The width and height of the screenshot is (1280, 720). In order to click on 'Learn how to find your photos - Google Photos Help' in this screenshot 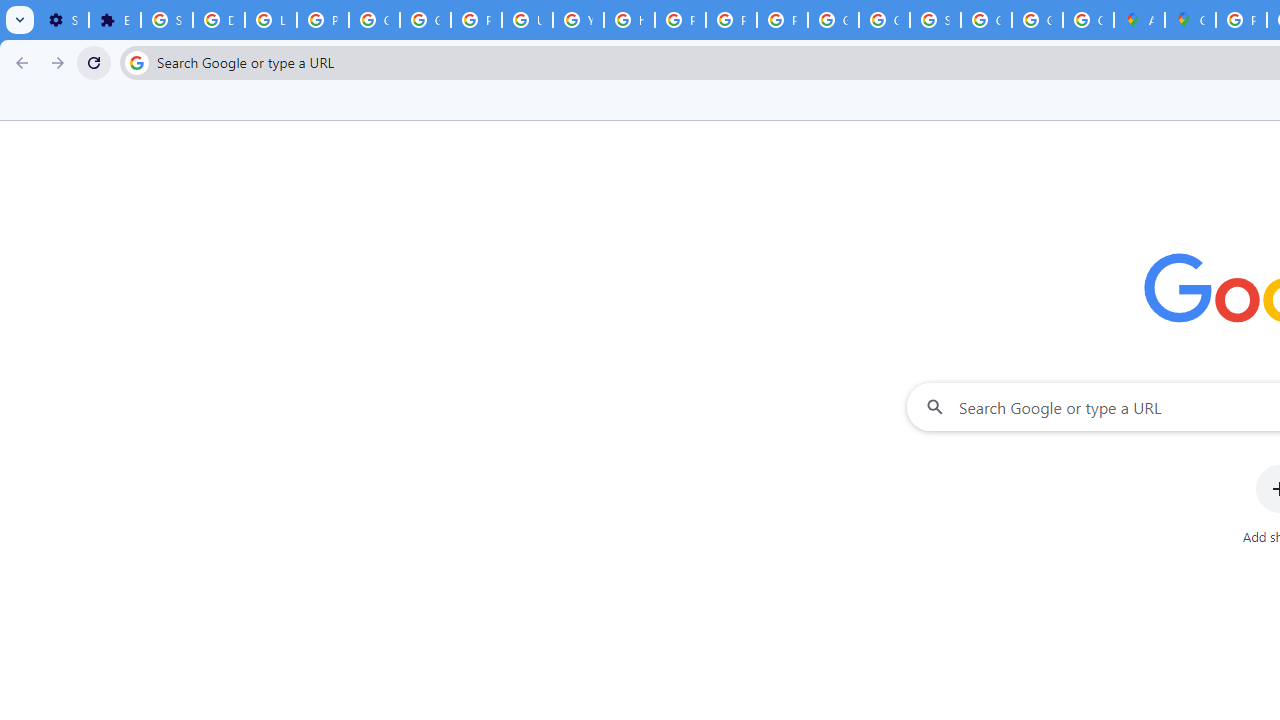, I will do `click(269, 20)`.